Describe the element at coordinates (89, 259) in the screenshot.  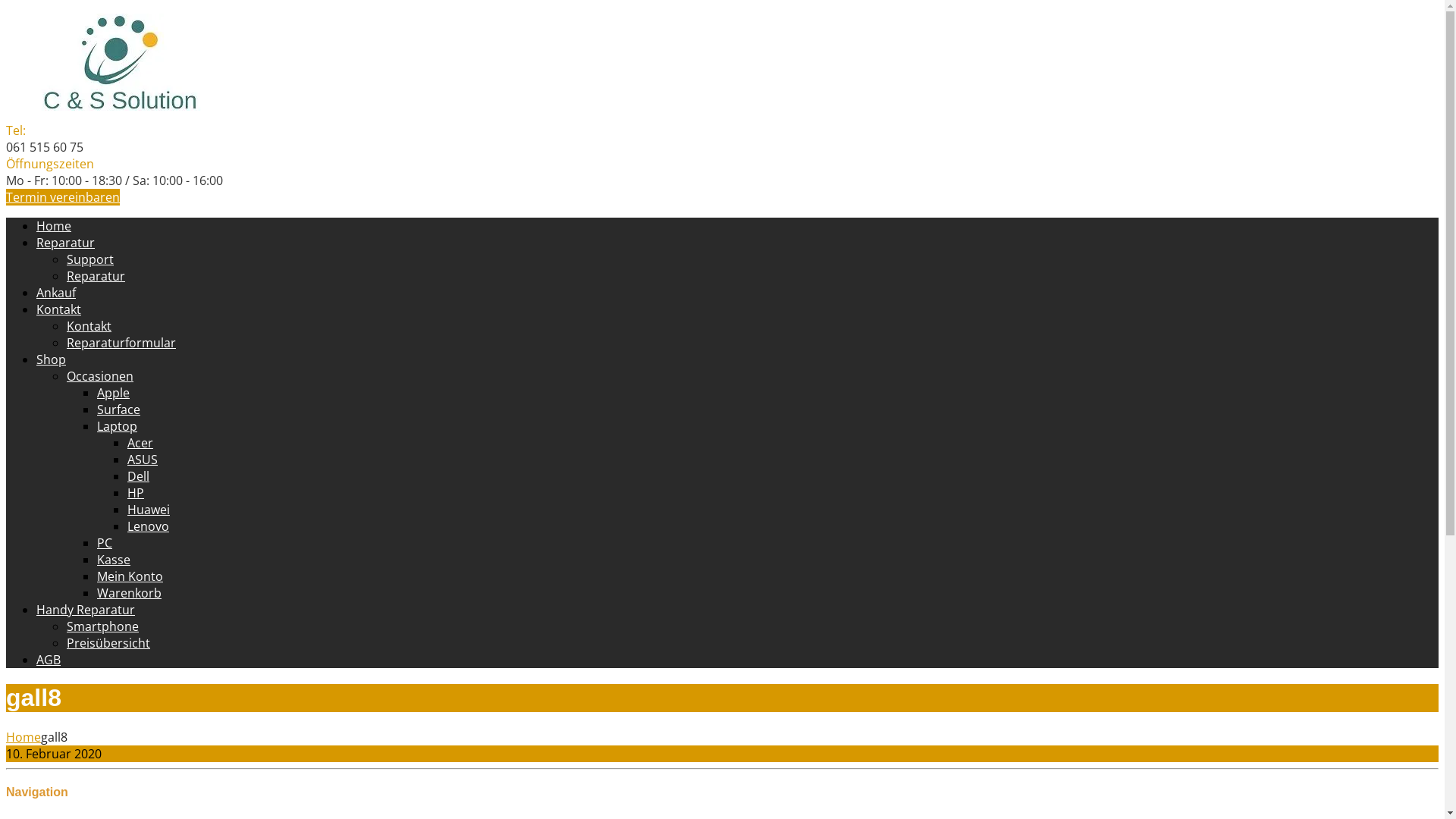
I see `'Support'` at that location.